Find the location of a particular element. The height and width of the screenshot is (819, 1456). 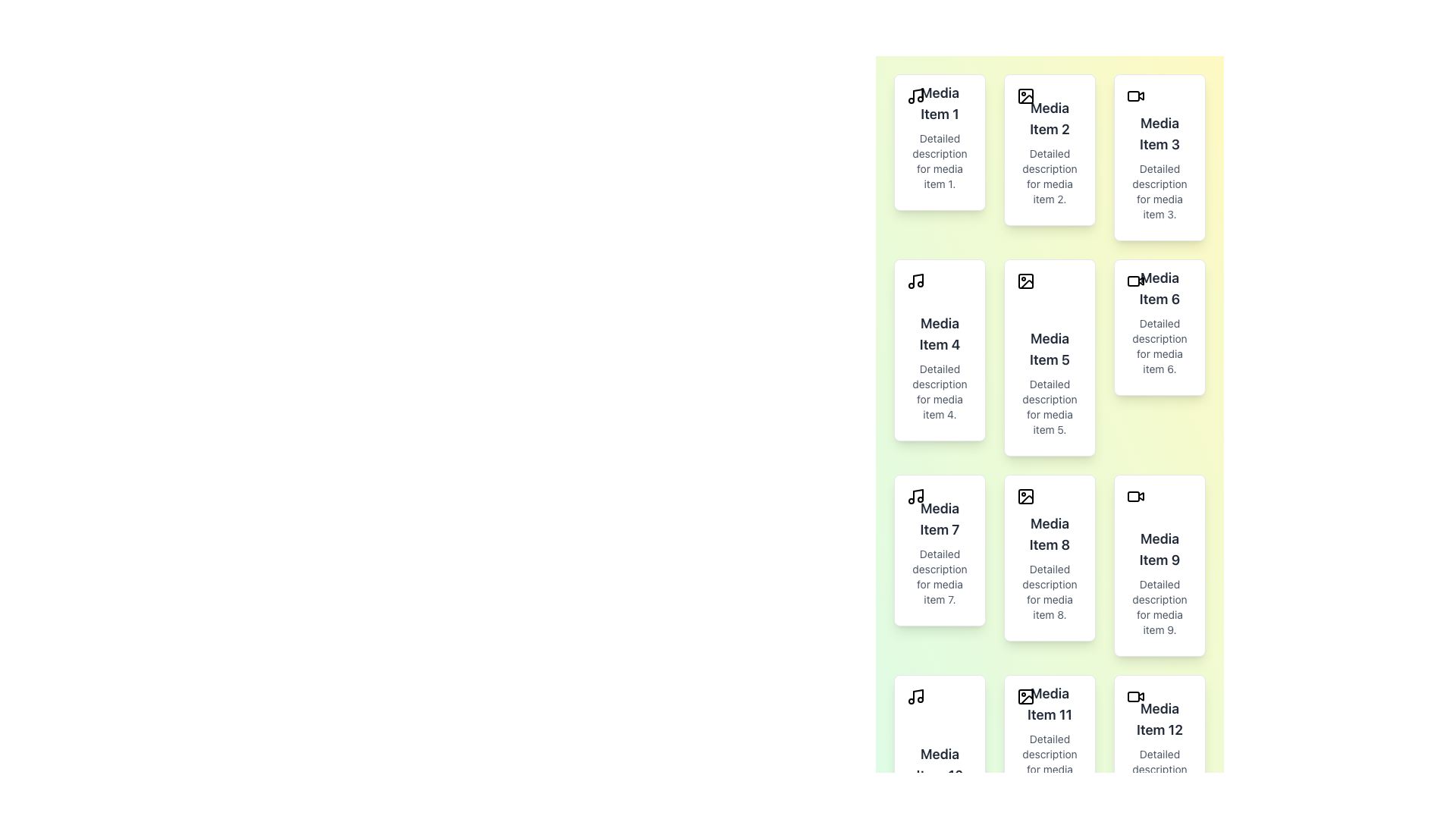

title text 'Media Item 1' which is a bold-text label located at the top of the first card in the grid layout, featuring a music note icon is located at coordinates (939, 103).